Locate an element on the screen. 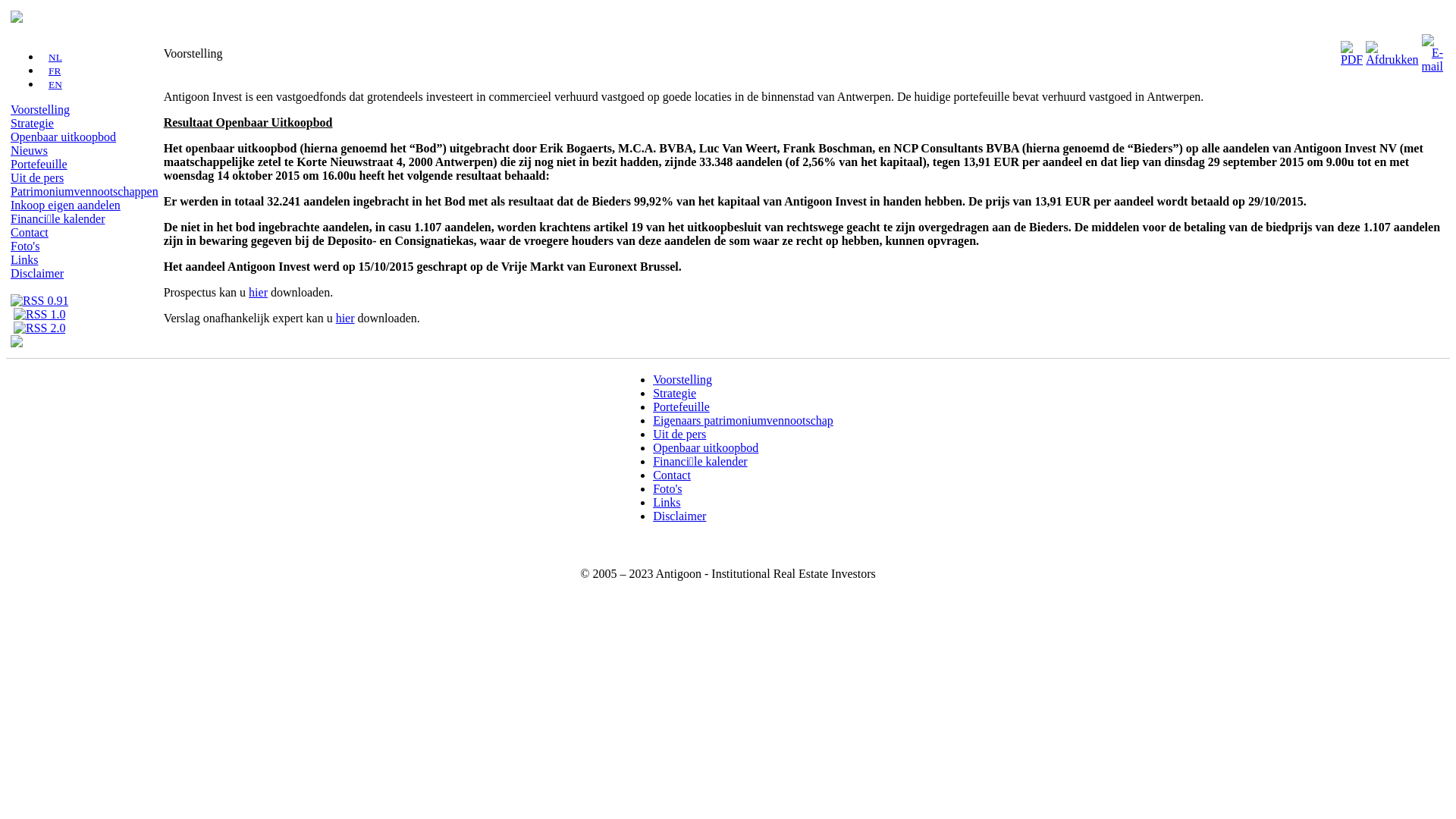 This screenshot has height=819, width=1456. 'Patrimoniumvennootschappen' is located at coordinates (83, 190).